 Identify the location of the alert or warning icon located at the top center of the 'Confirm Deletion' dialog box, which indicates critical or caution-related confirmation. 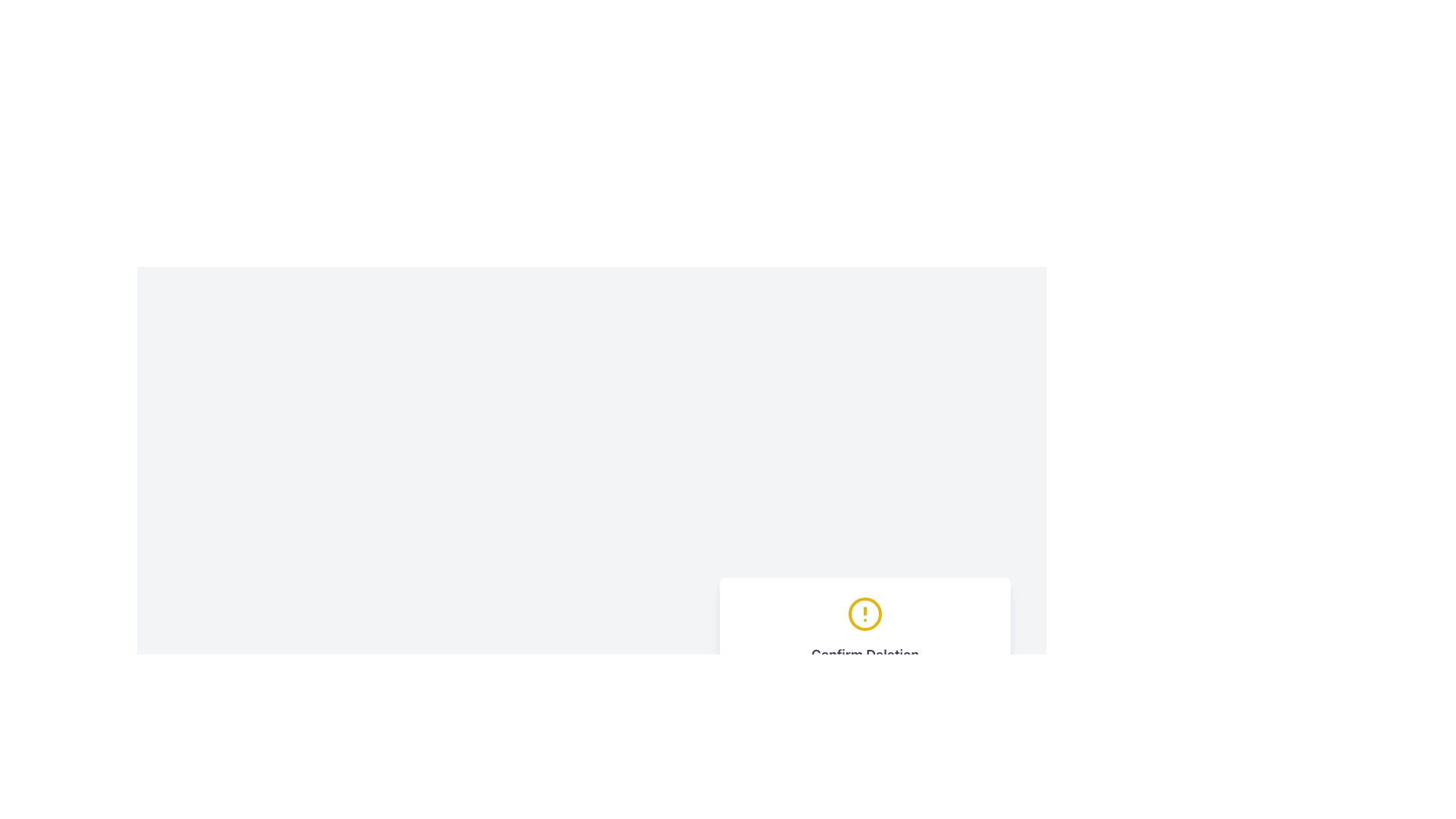
(865, 614).